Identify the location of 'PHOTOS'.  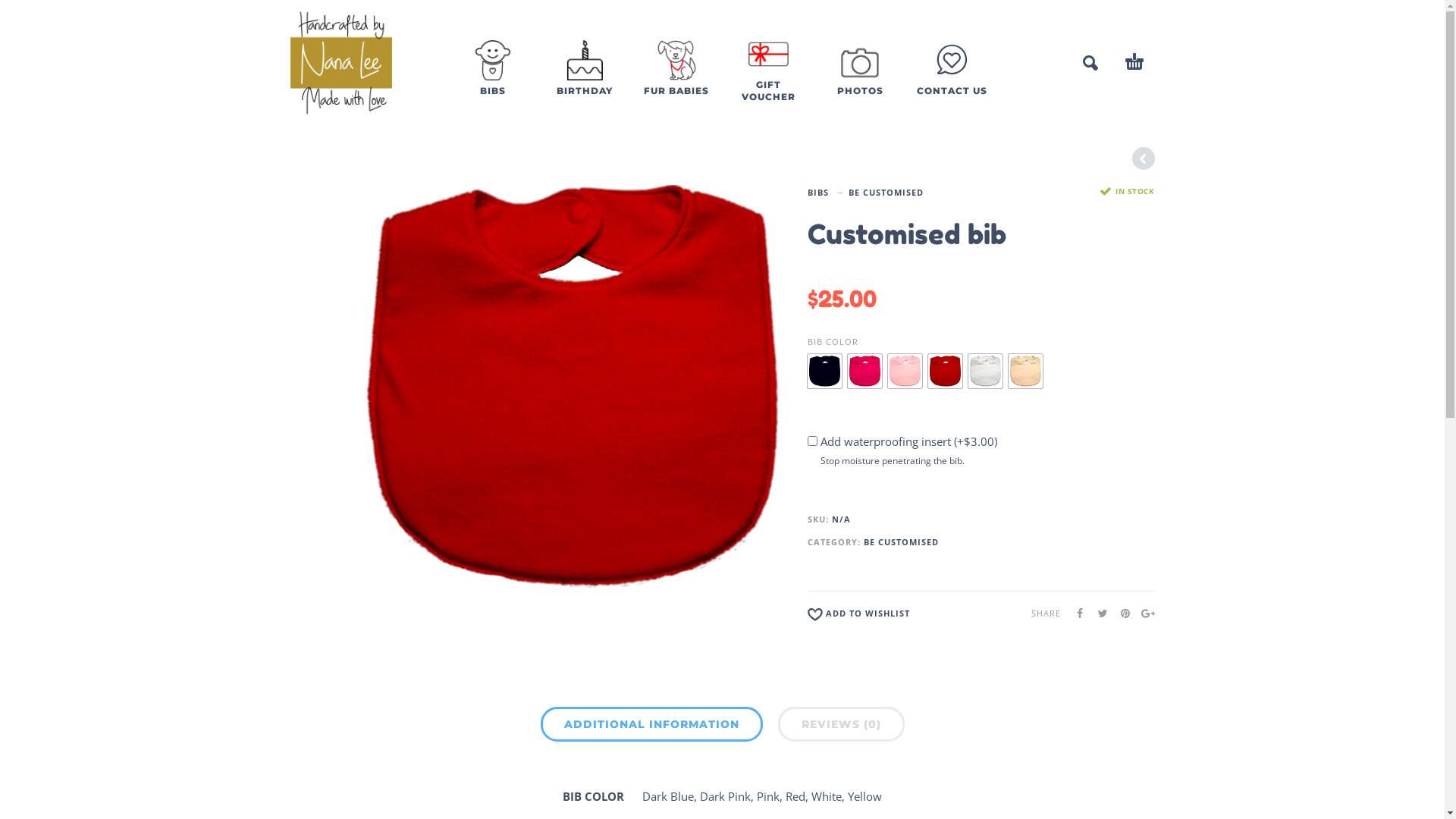
(860, 80).